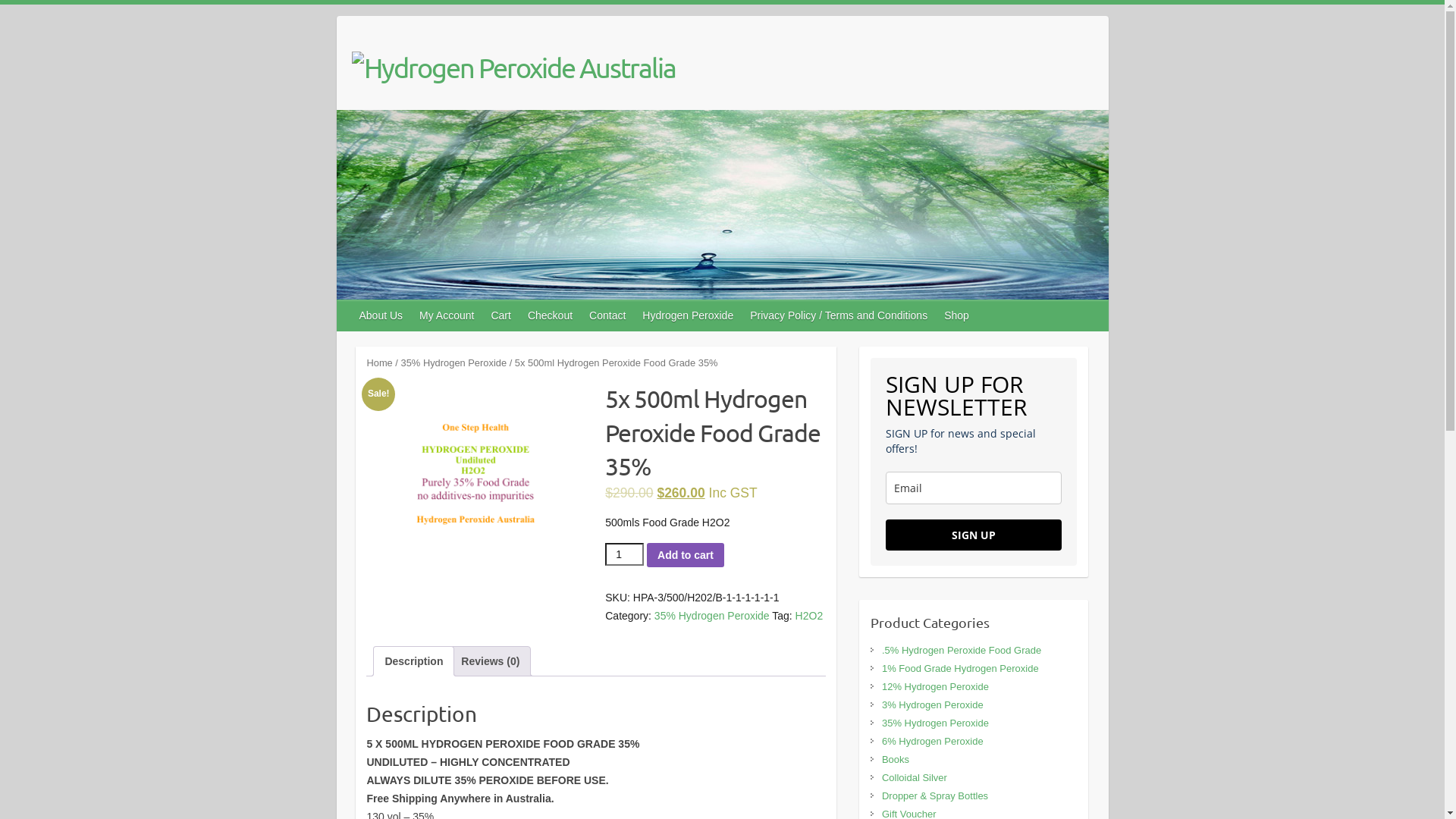  Describe the element at coordinates (956, 315) in the screenshot. I see `'Shop'` at that location.